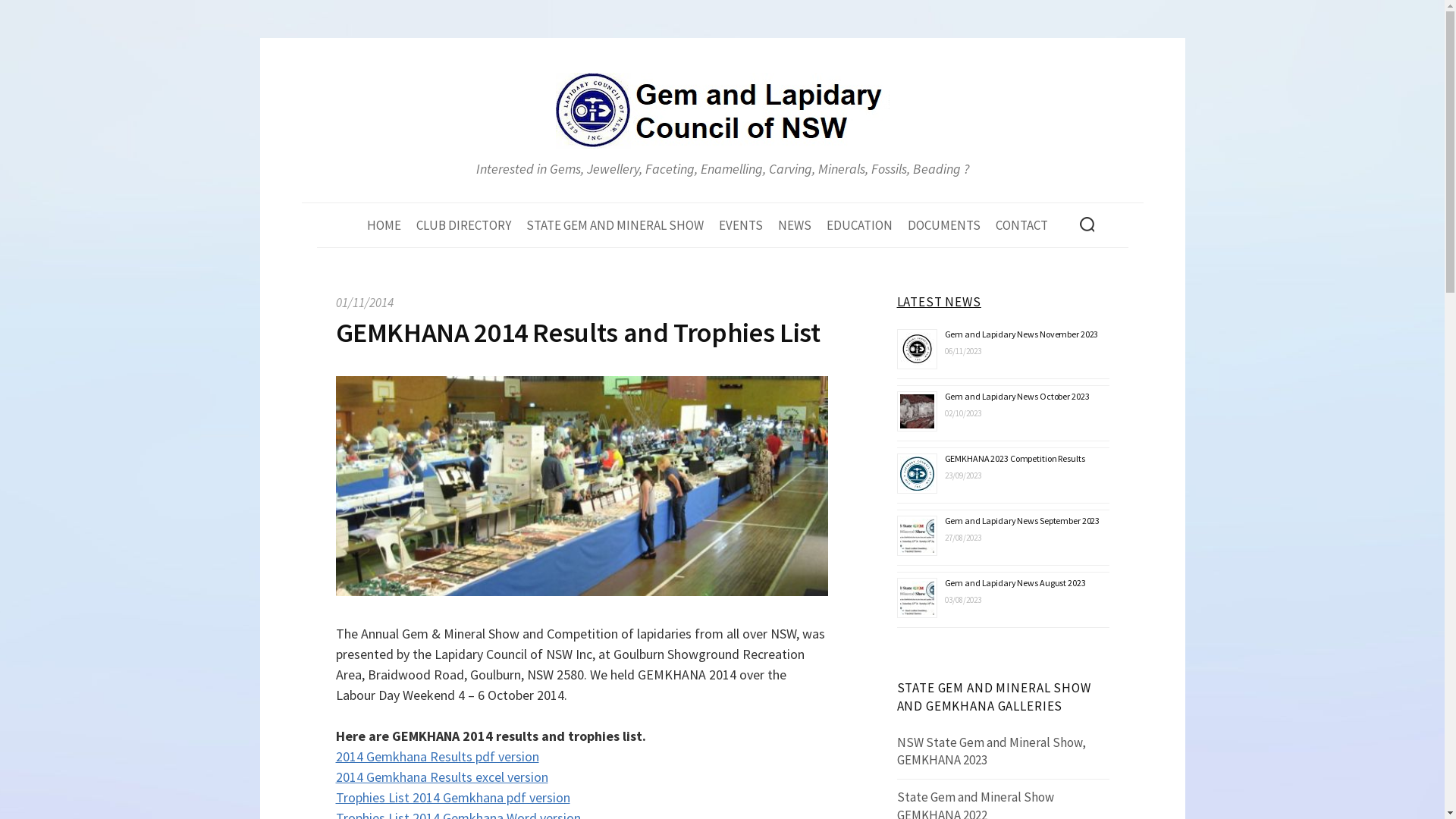 This screenshot has height=819, width=1456. Describe the element at coordinates (451, 796) in the screenshot. I see `'Trophies List 2014 Gemkhana pdf version'` at that location.